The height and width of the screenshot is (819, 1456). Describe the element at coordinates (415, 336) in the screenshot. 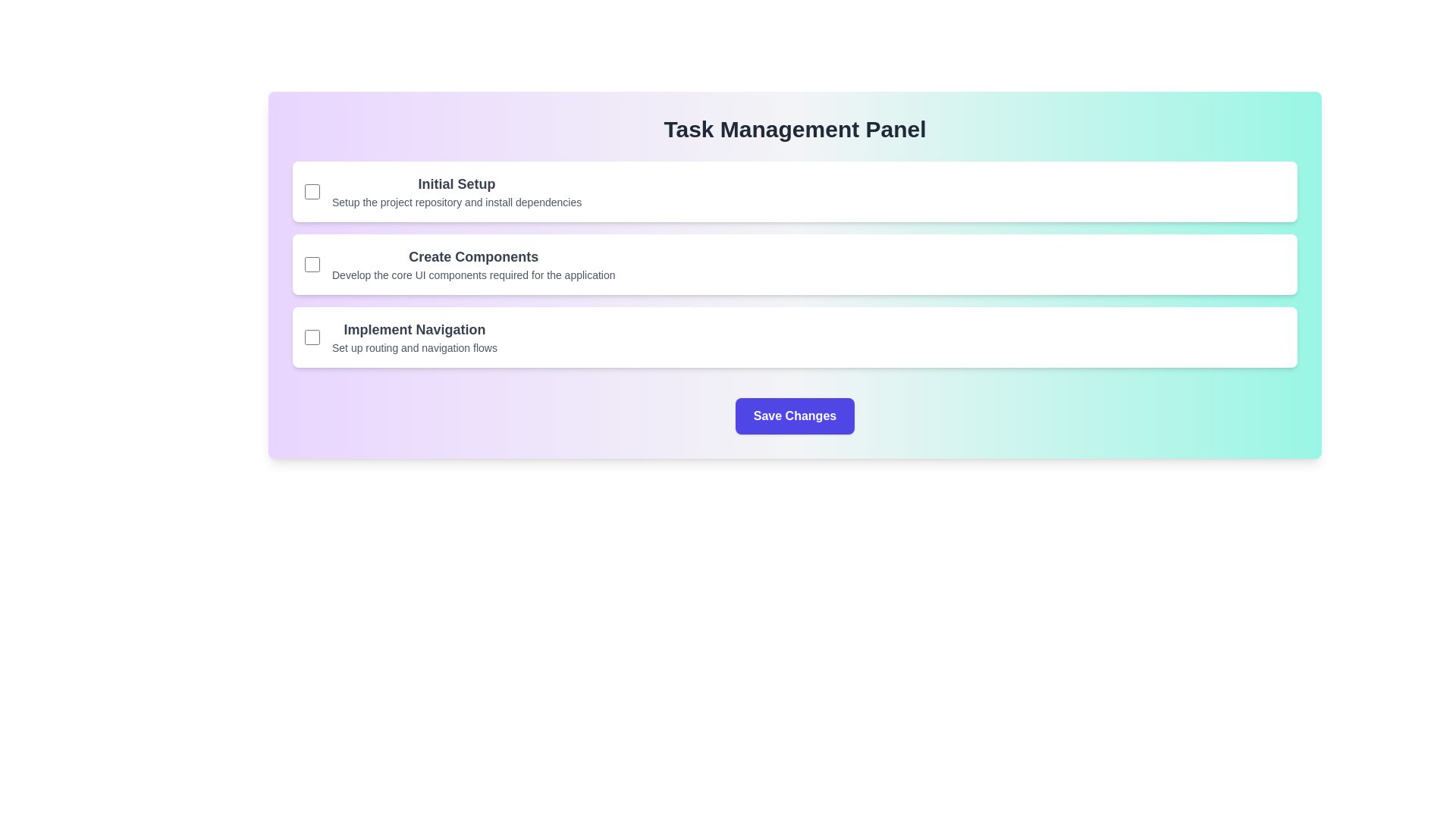

I see `the Text Display element that shows 'Implement Navigation' and 'Set up routing and navigation flows' within the third card of the Task Management Panel` at that location.